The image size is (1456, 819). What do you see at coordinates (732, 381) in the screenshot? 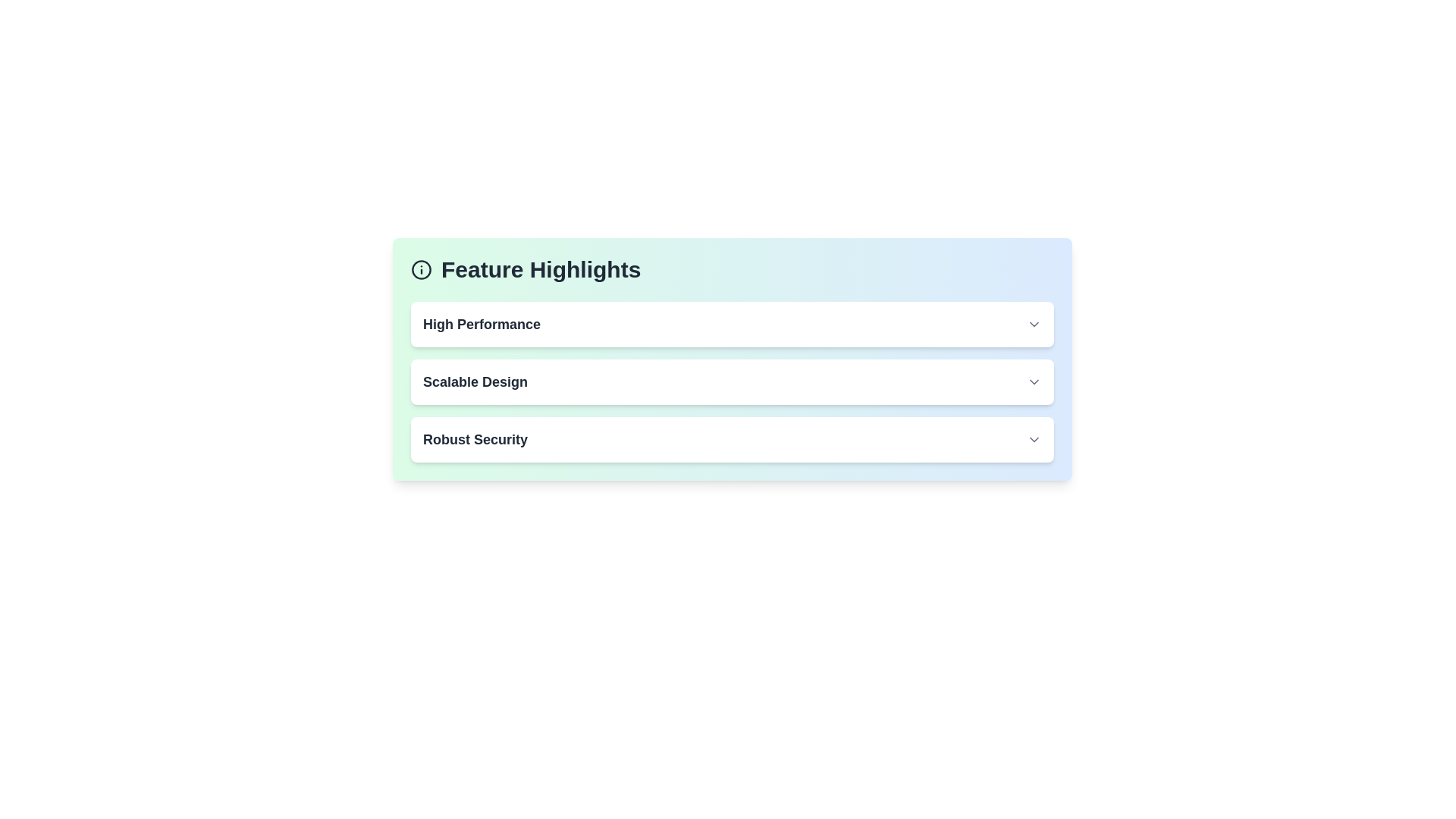
I see `the 'Scalable Design' selectable list item in the dropdown list` at bounding box center [732, 381].